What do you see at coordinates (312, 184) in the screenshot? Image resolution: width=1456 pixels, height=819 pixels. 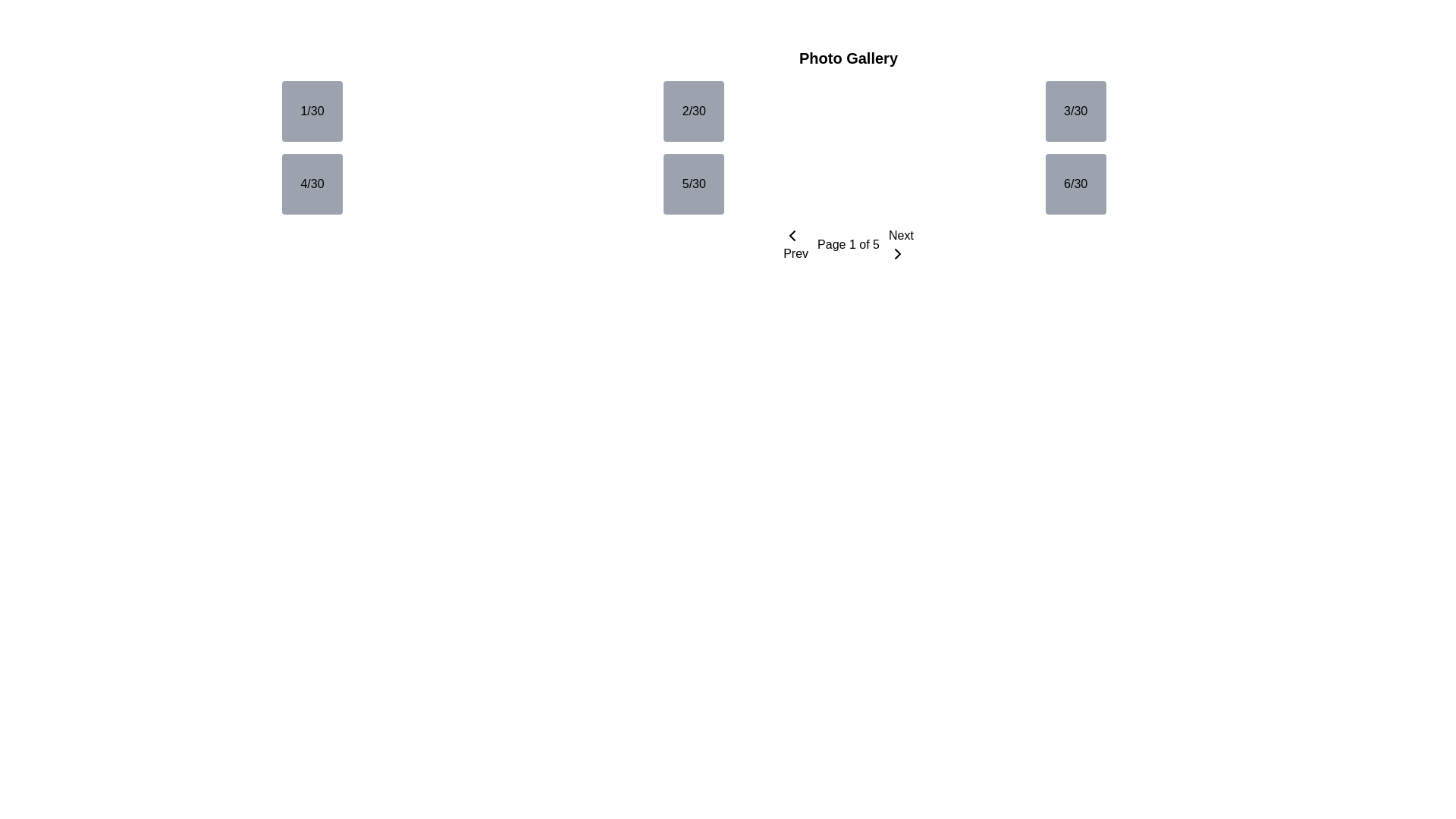 I see `the grey square-shaped Static display tile labeled '4/30', located in the first column and second row of the grid layout` at bounding box center [312, 184].